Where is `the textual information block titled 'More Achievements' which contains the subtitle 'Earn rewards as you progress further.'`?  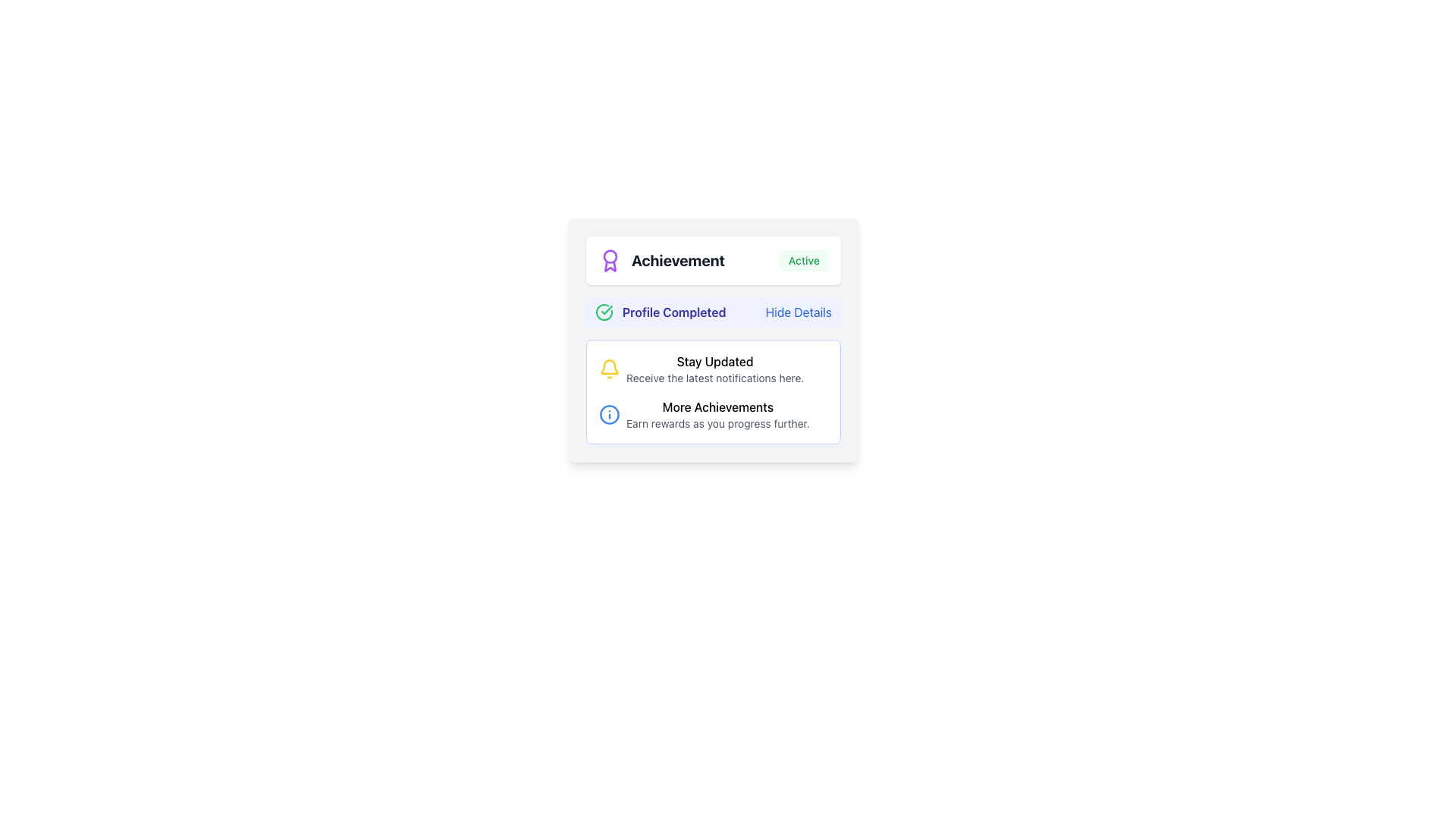 the textual information block titled 'More Achievements' which contains the subtitle 'Earn rewards as you progress further.' is located at coordinates (717, 415).